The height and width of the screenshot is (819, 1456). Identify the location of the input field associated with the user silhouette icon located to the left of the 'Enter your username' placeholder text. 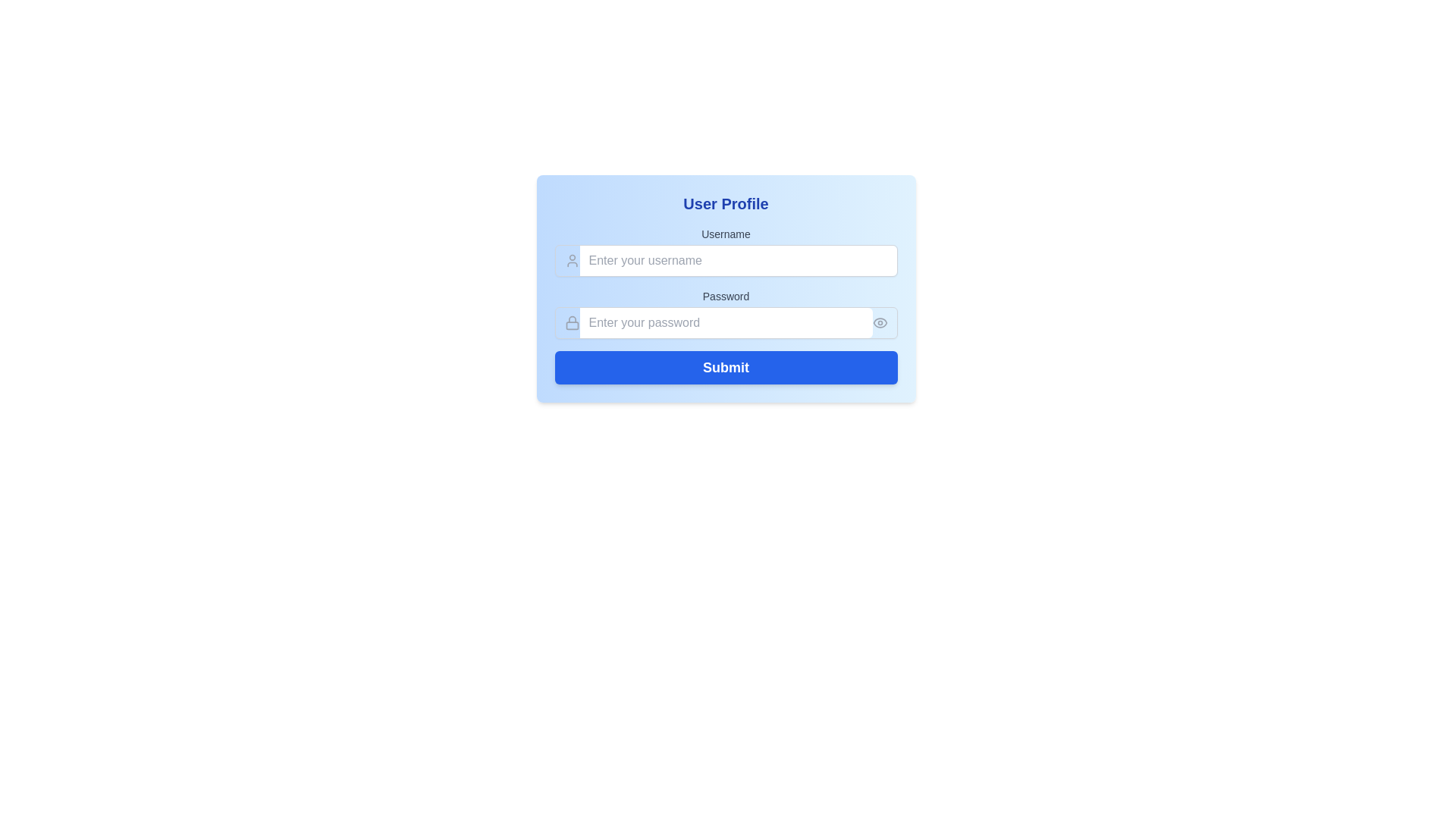
(571, 259).